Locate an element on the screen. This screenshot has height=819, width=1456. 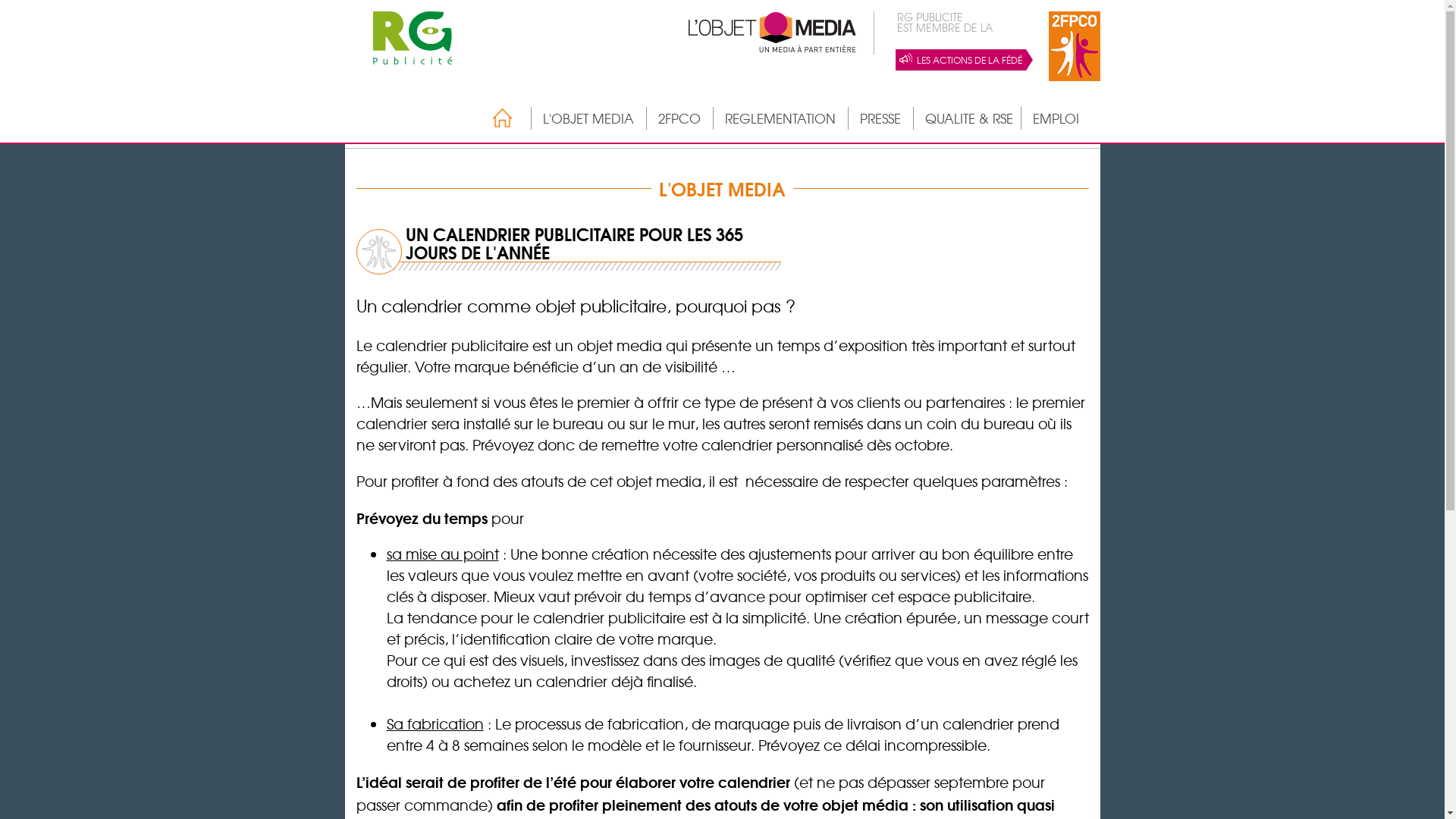
'Accueil' is located at coordinates (476, 117).